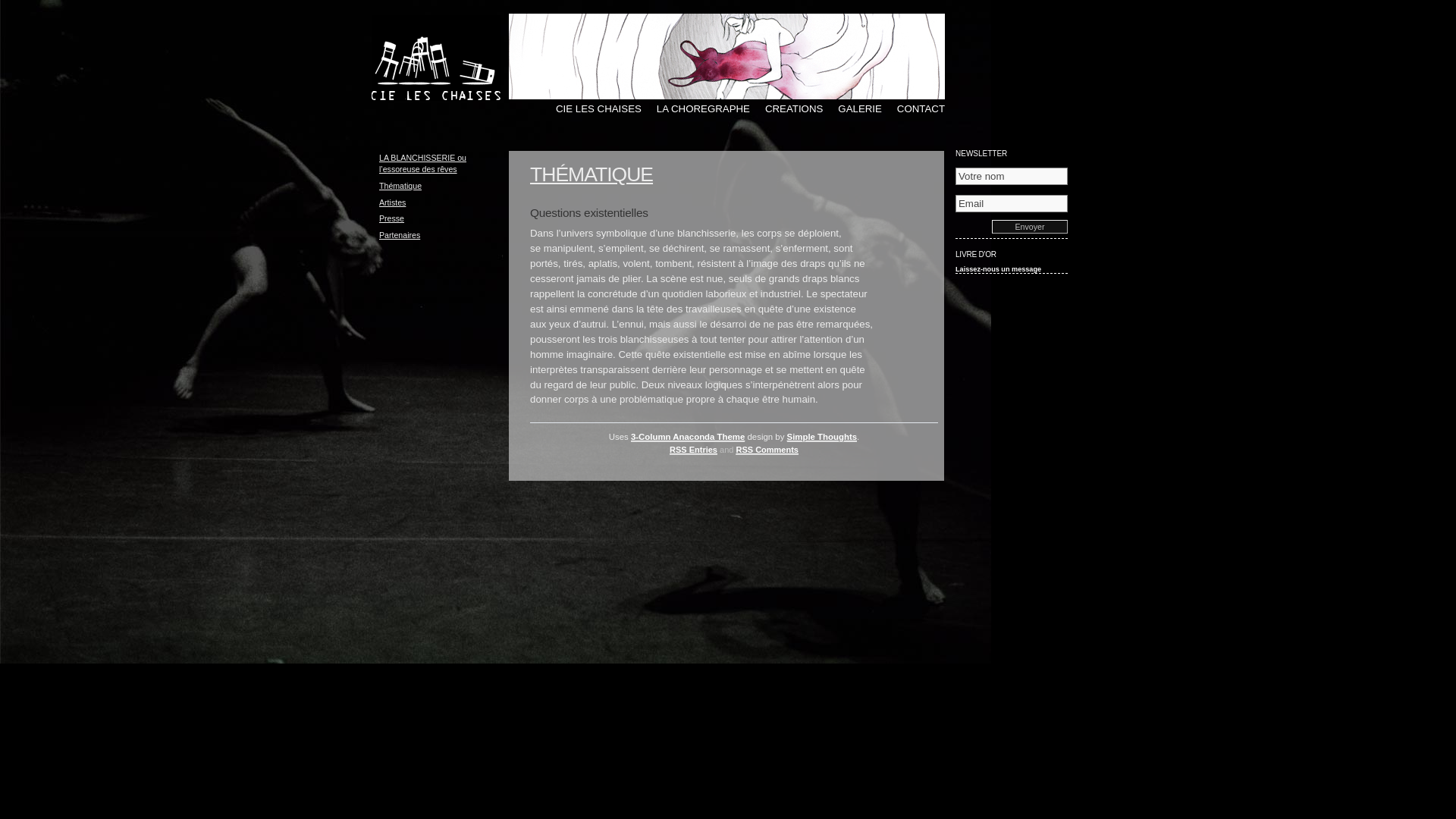 This screenshot has height=819, width=1456. Describe the element at coordinates (998, 268) in the screenshot. I see `'Laissez-nous un message'` at that location.